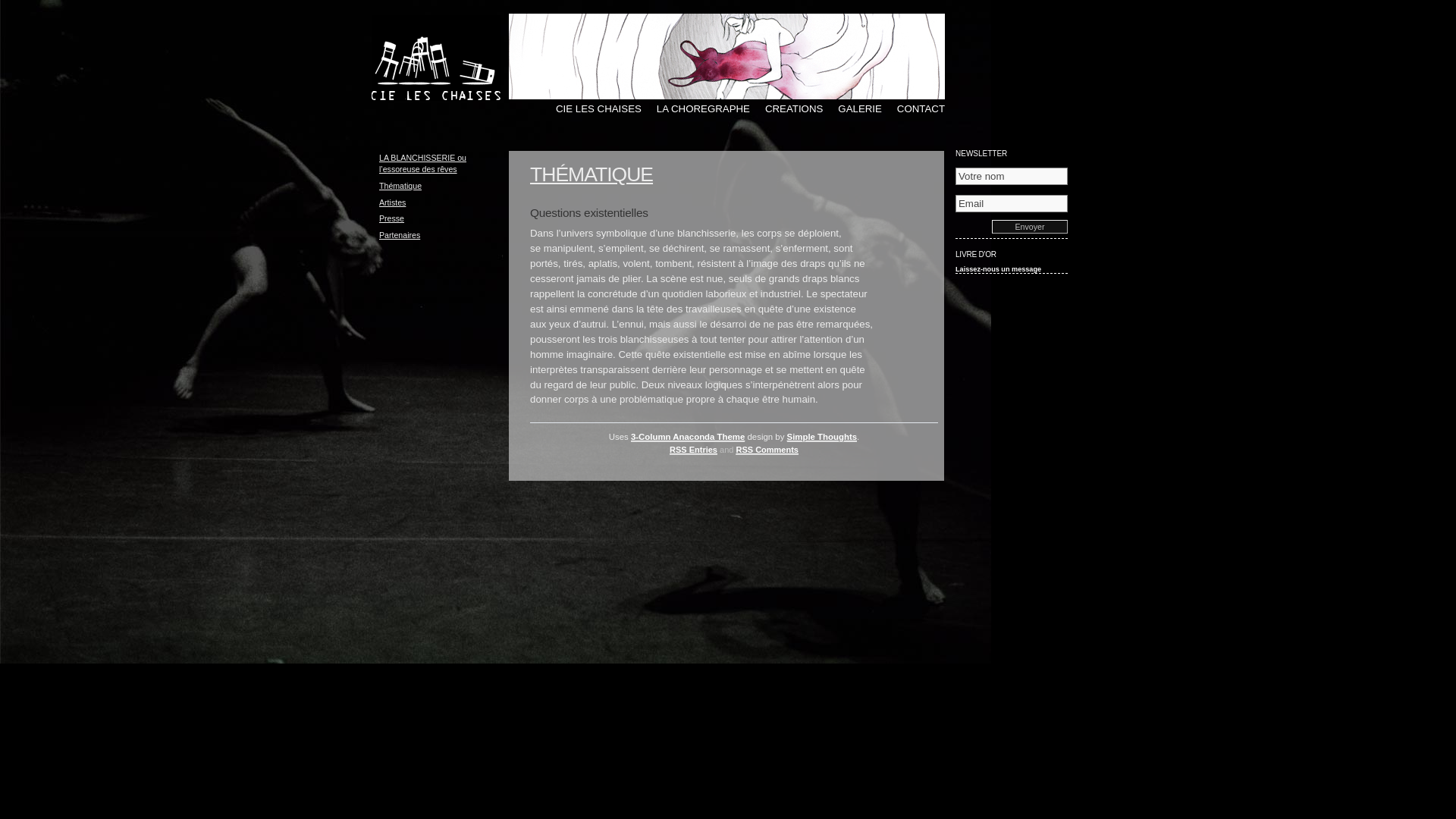 This screenshot has height=819, width=1456. Describe the element at coordinates (998, 268) in the screenshot. I see `'Laissez-nous un message'` at that location.